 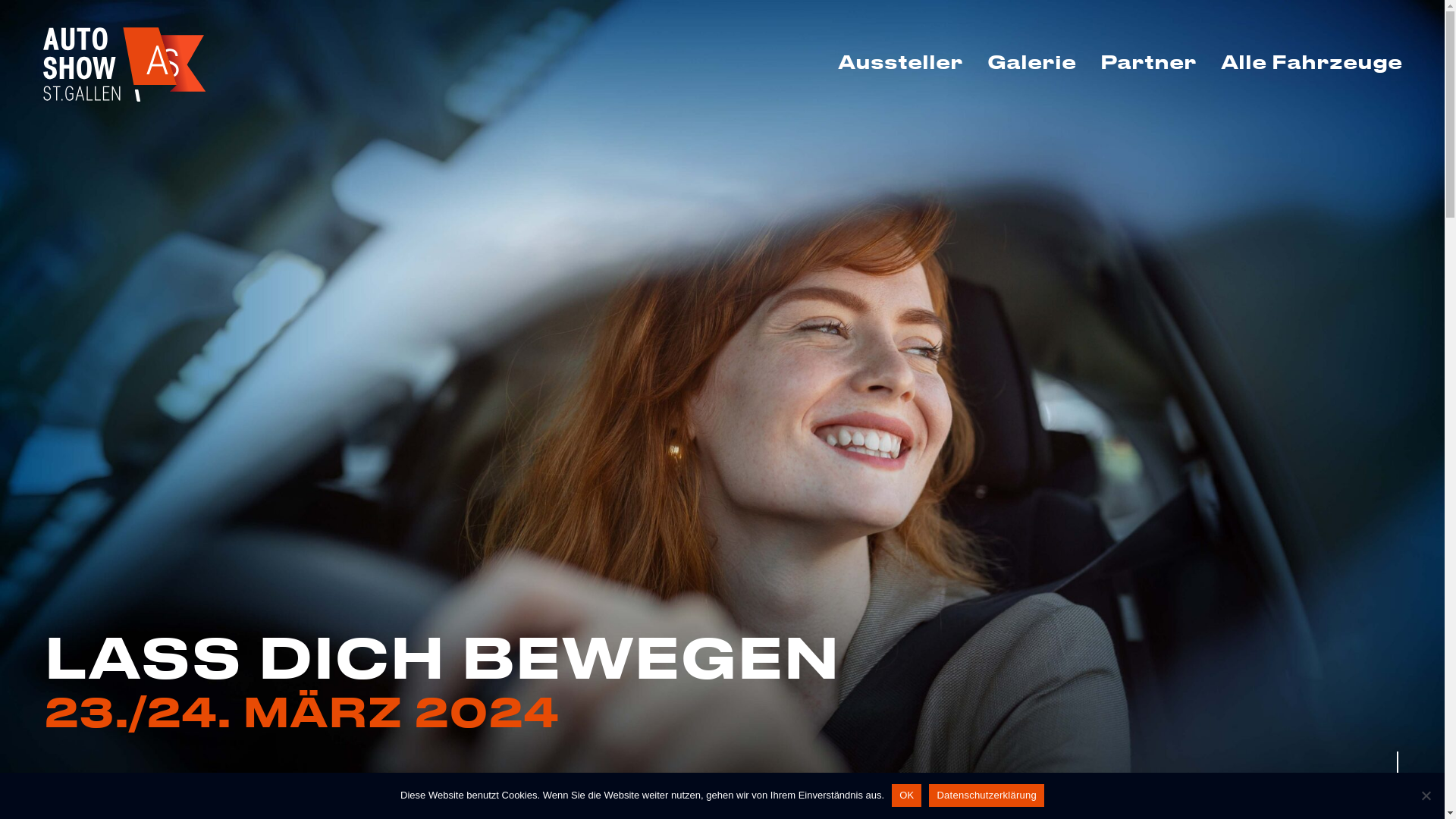 What do you see at coordinates (976, 60) in the screenshot?
I see `'Galerie'` at bounding box center [976, 60].